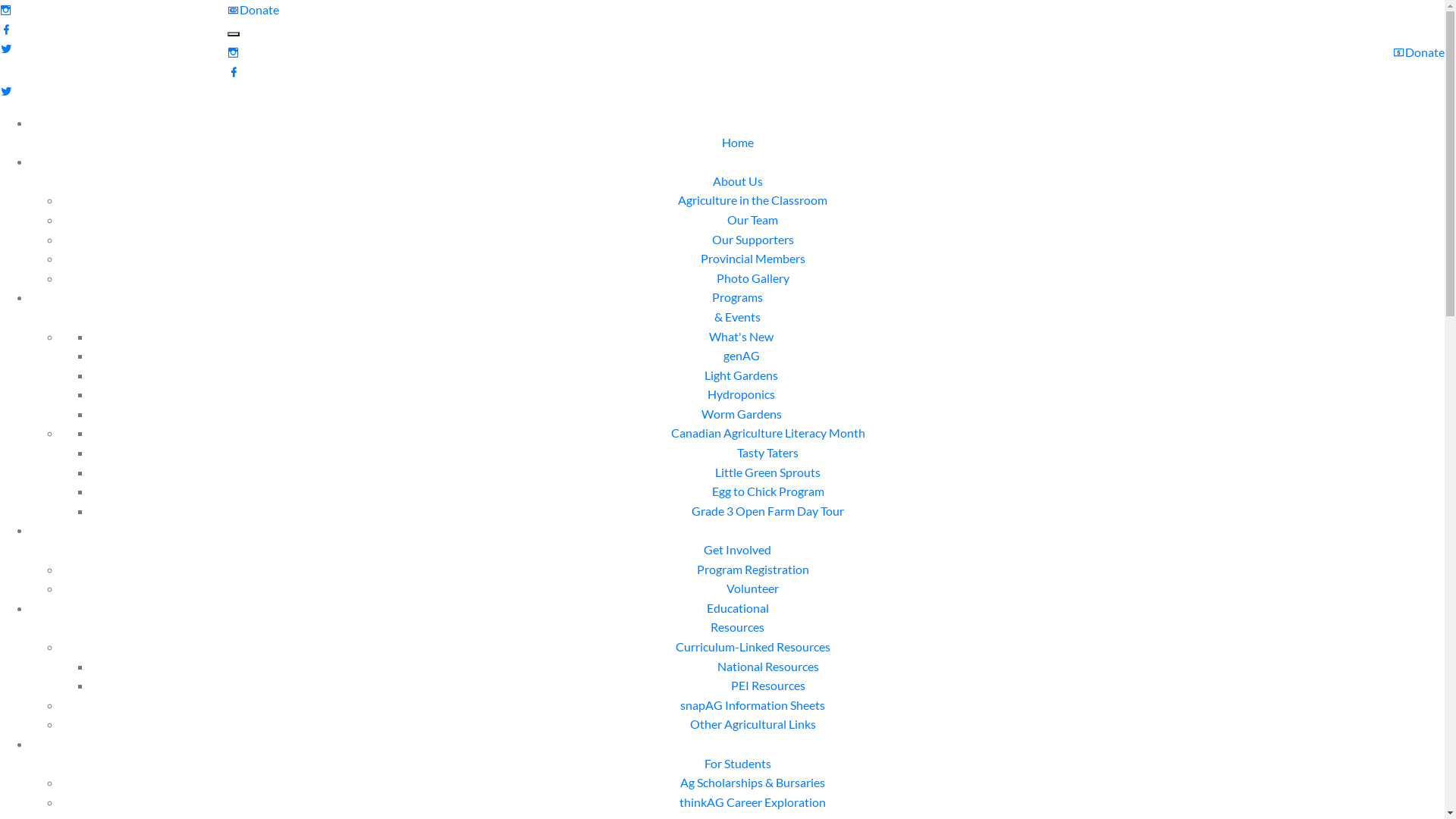 Image resolution: width=1456 pixels, height=819 pixels. I want to click on 'National Resources', so click(767, 665).